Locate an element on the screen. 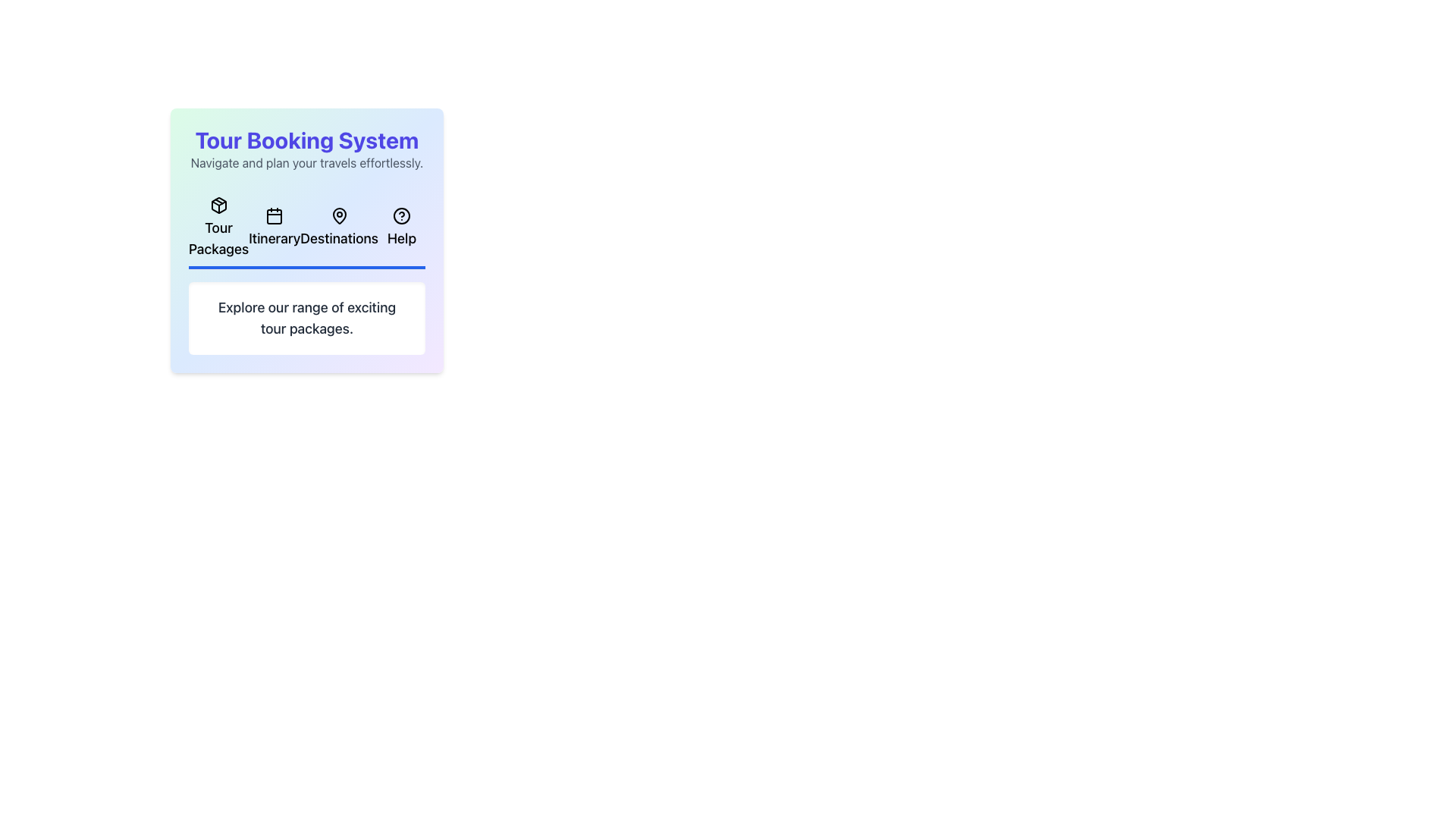  the calendar icon, which is a black line art representation of a date book, located directly above the text 'Itinerary' is located at coordinates (275, 216).